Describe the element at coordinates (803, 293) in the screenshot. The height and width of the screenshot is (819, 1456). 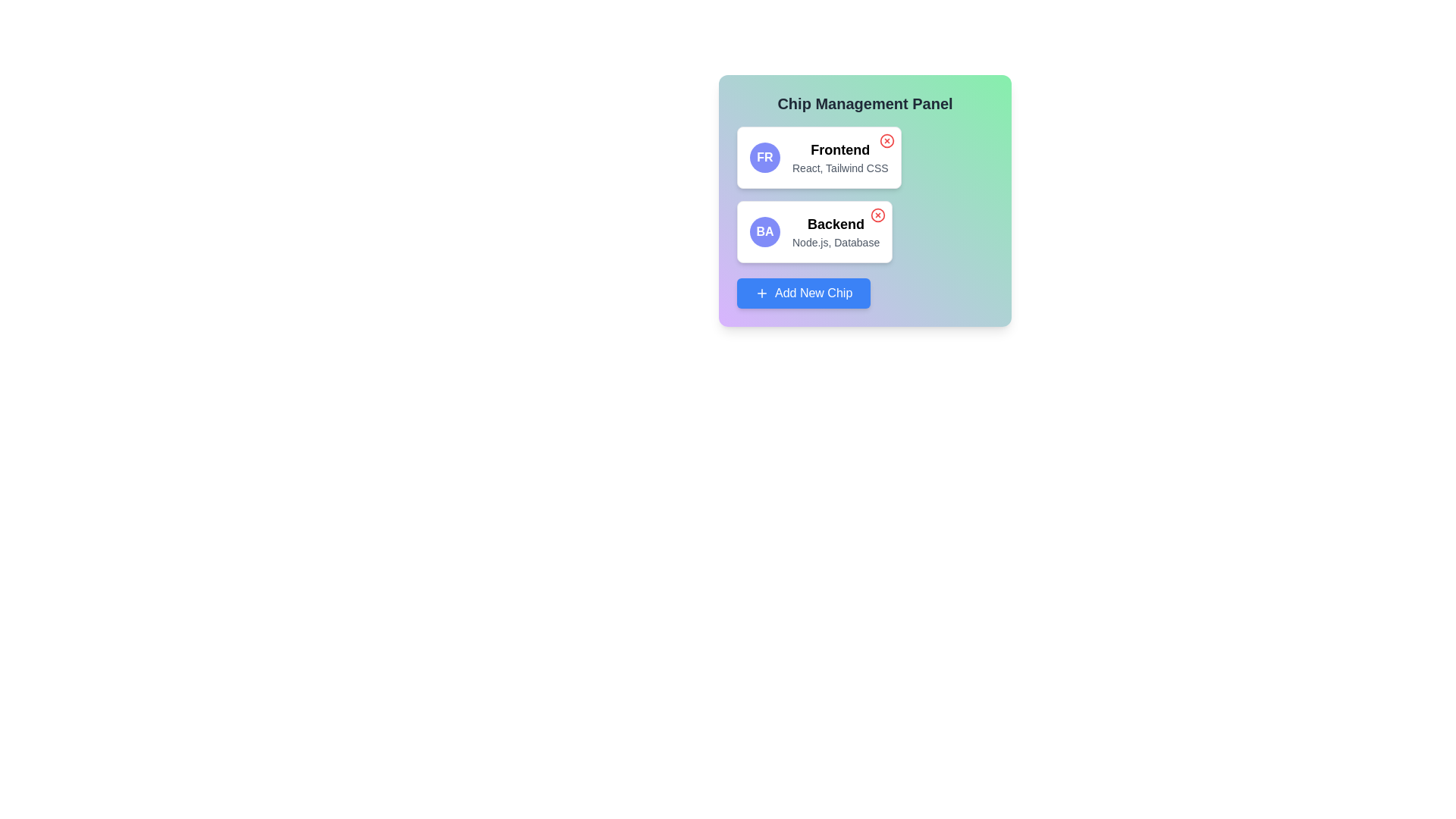
I see `'Add New Chip' button to add a new chip` at that location.